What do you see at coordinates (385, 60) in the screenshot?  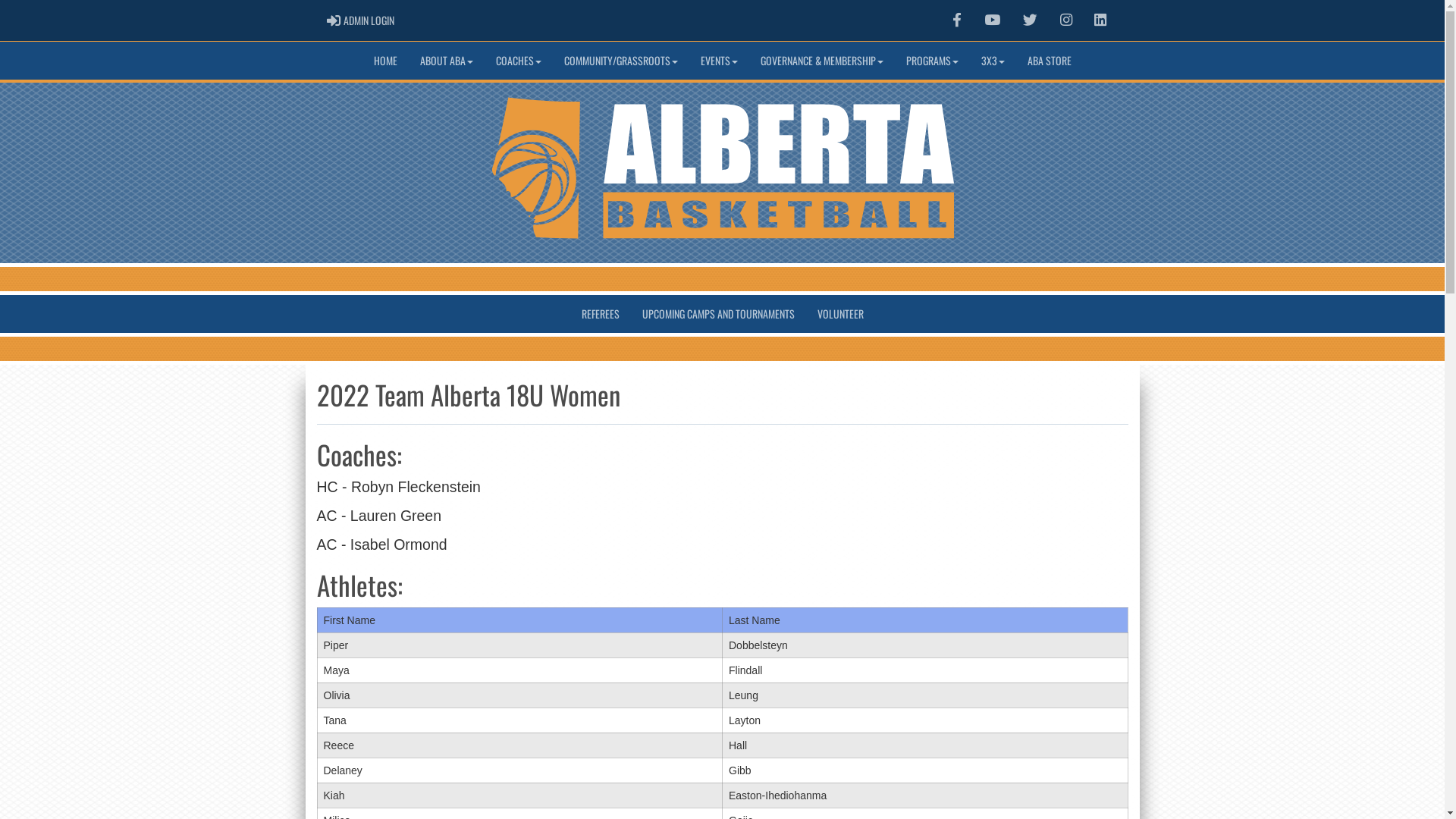 I see `'HOME'` at bounding box center [385, 60].